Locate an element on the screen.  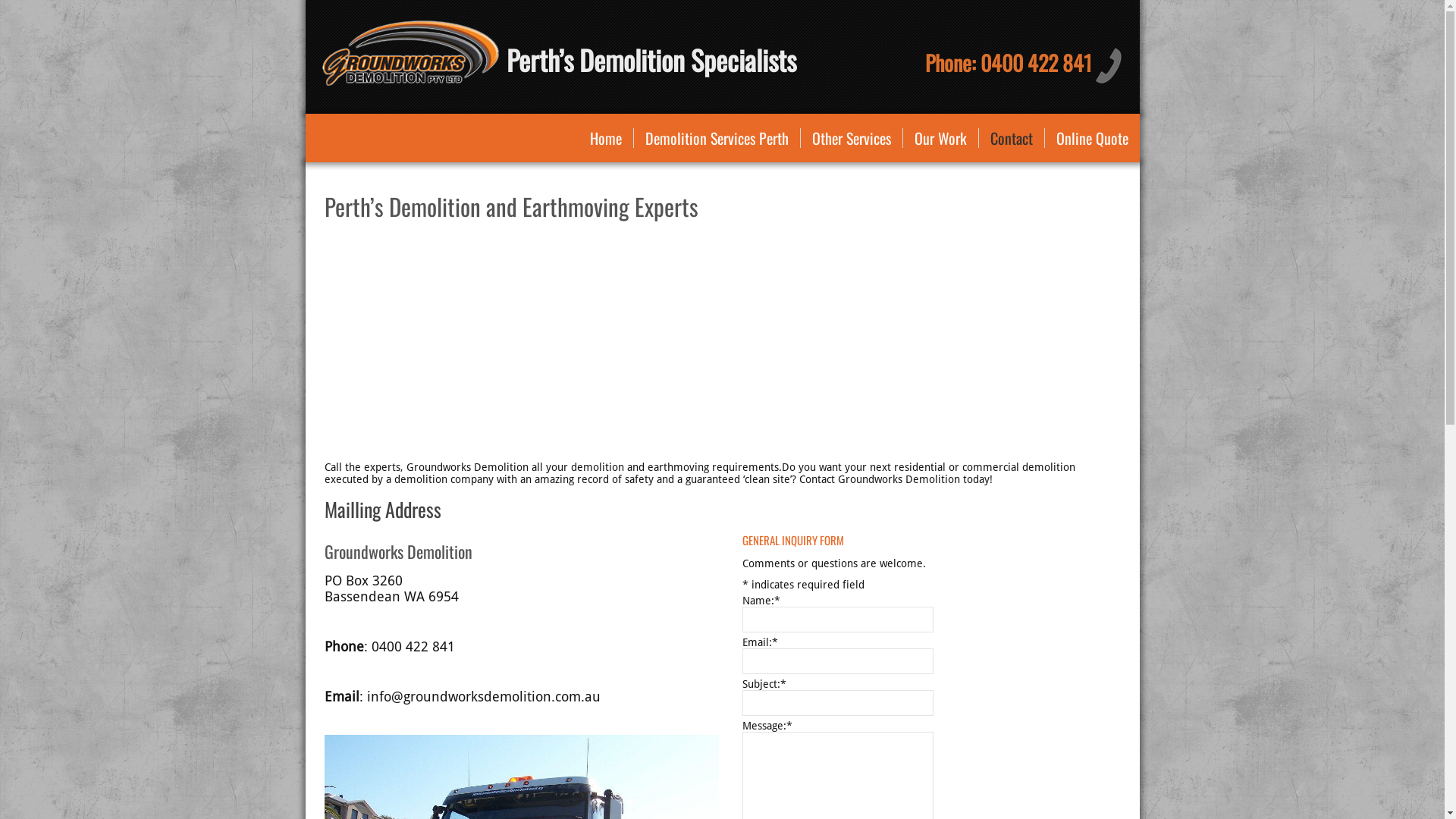
'Other Services' is located at coordinates (852, 137).